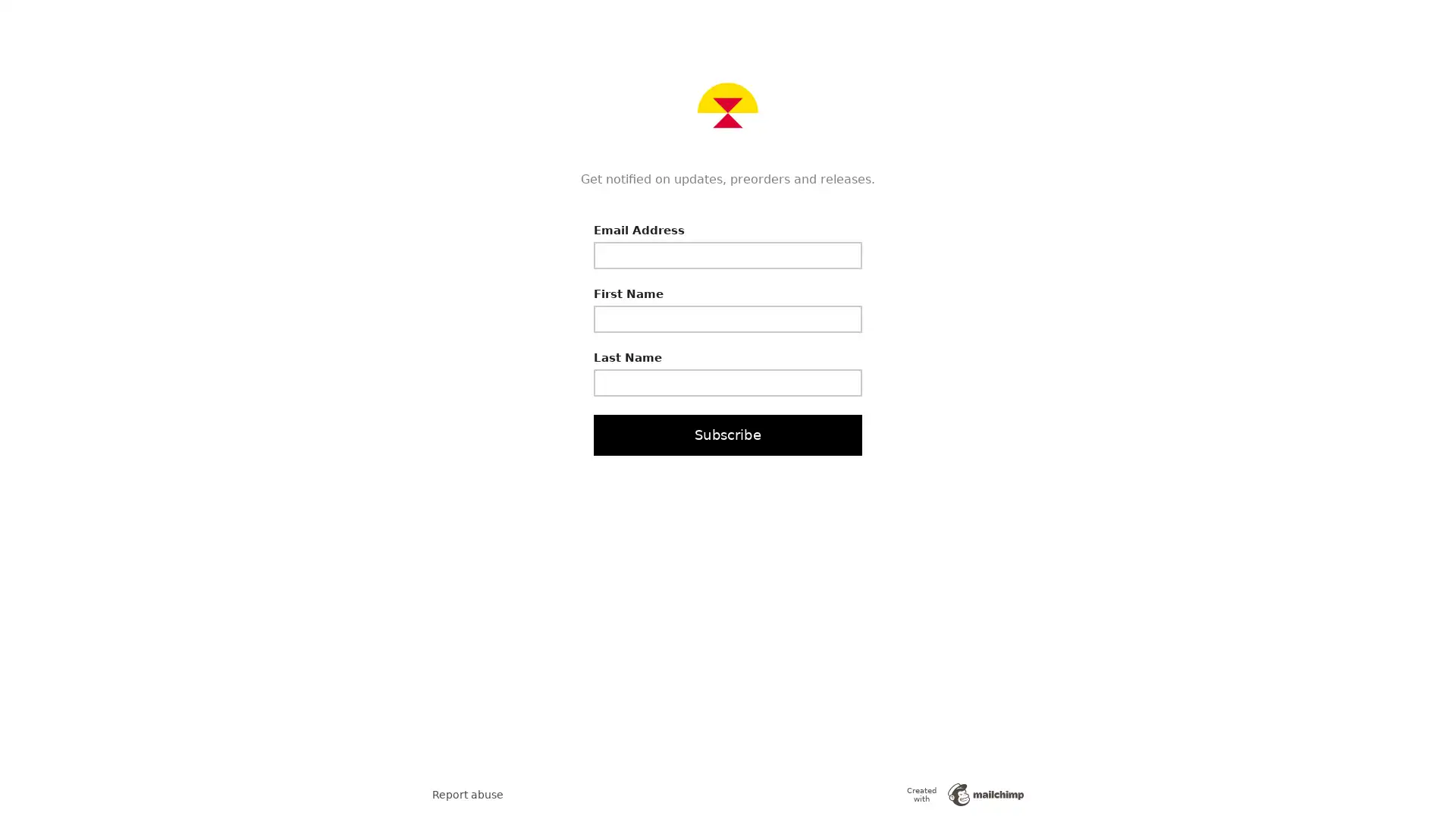 The height and width of the screenshot is (819, 1456). What do you see at coordinates (728, 435) in the screenshot?
I see `Subscribe` at bounding box center [728, 435].